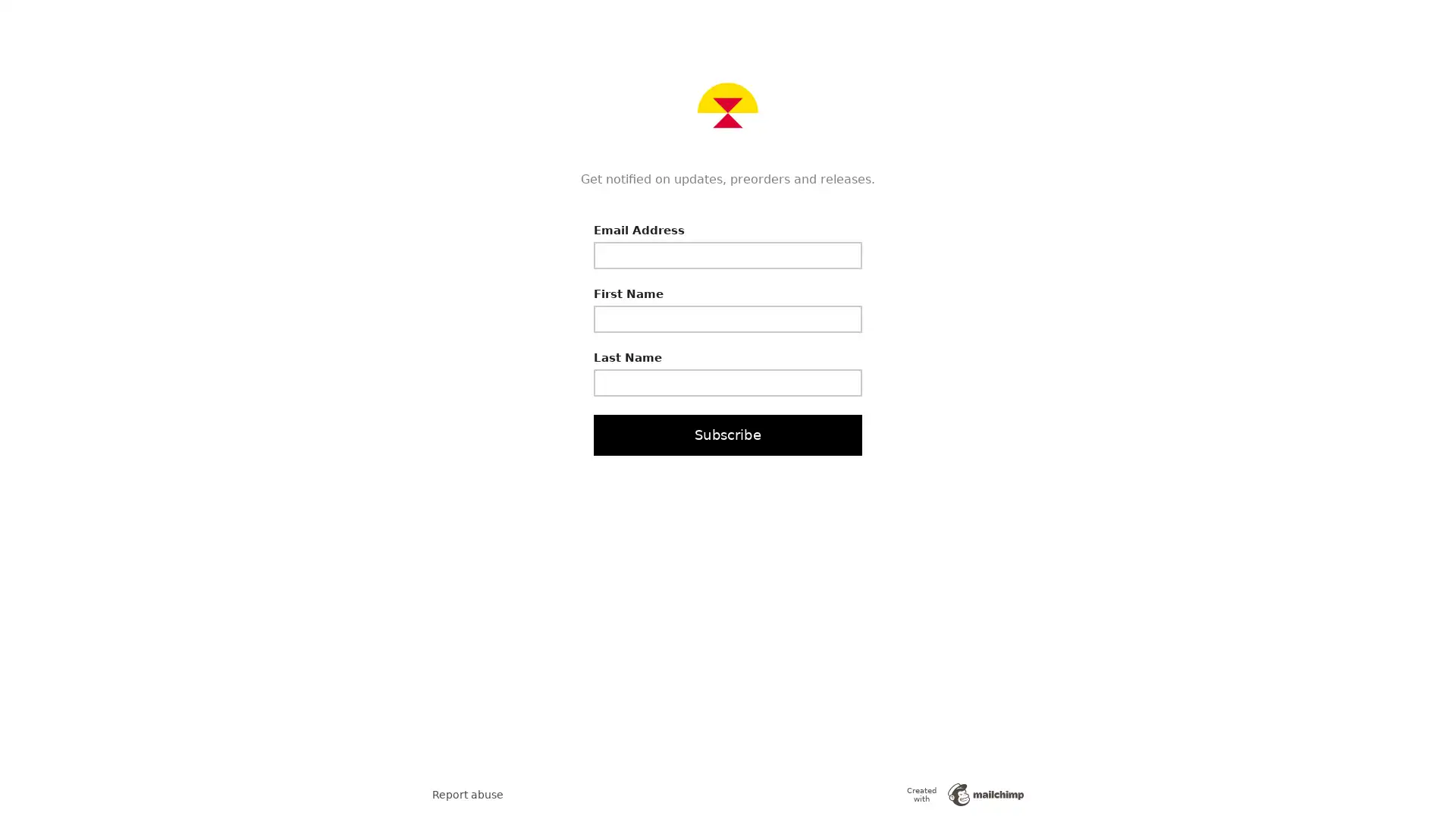 The height and width of the screenshot is (819, 1456). What do you see at coordinates (728, 435) in the screenshot?
I see `Subscribe` at bounding box center [728, 435].